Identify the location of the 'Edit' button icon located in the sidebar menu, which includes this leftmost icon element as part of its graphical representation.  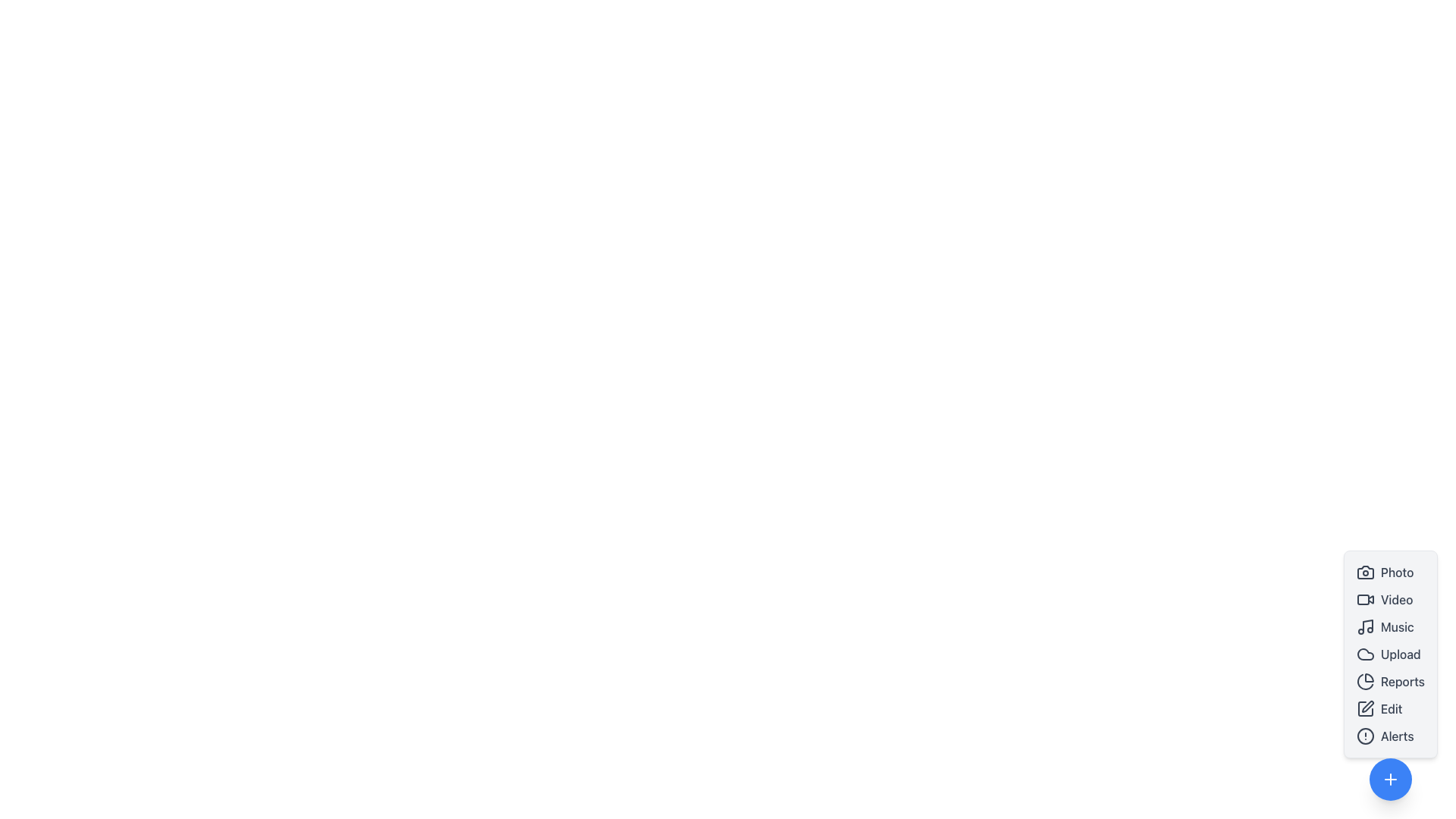
(1365, 708).